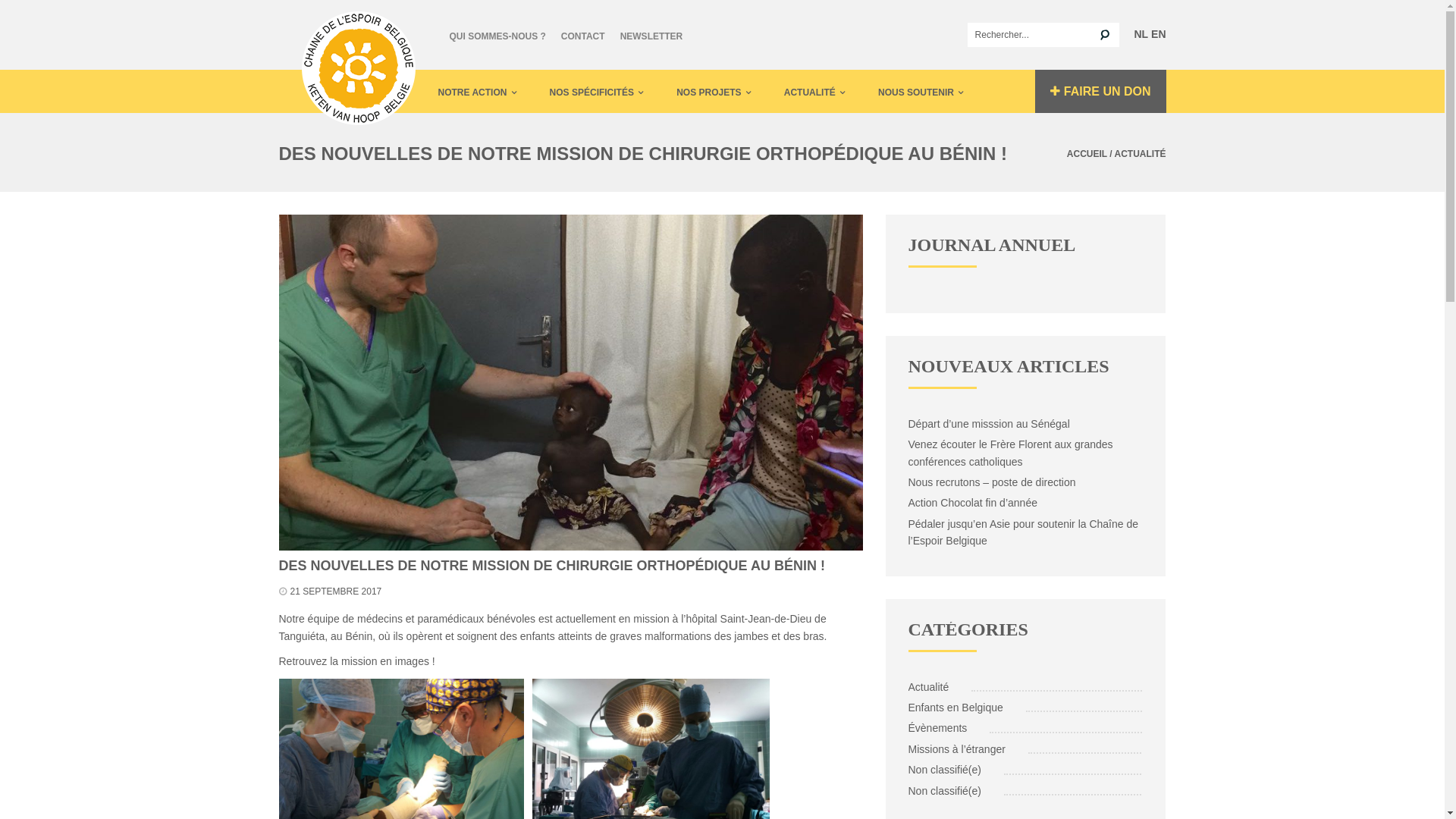 This screenshot has width=1456, height=819. Describe the element at coordinates (582, 34) in the screenshot. I see `'CONTACT'` at that location.